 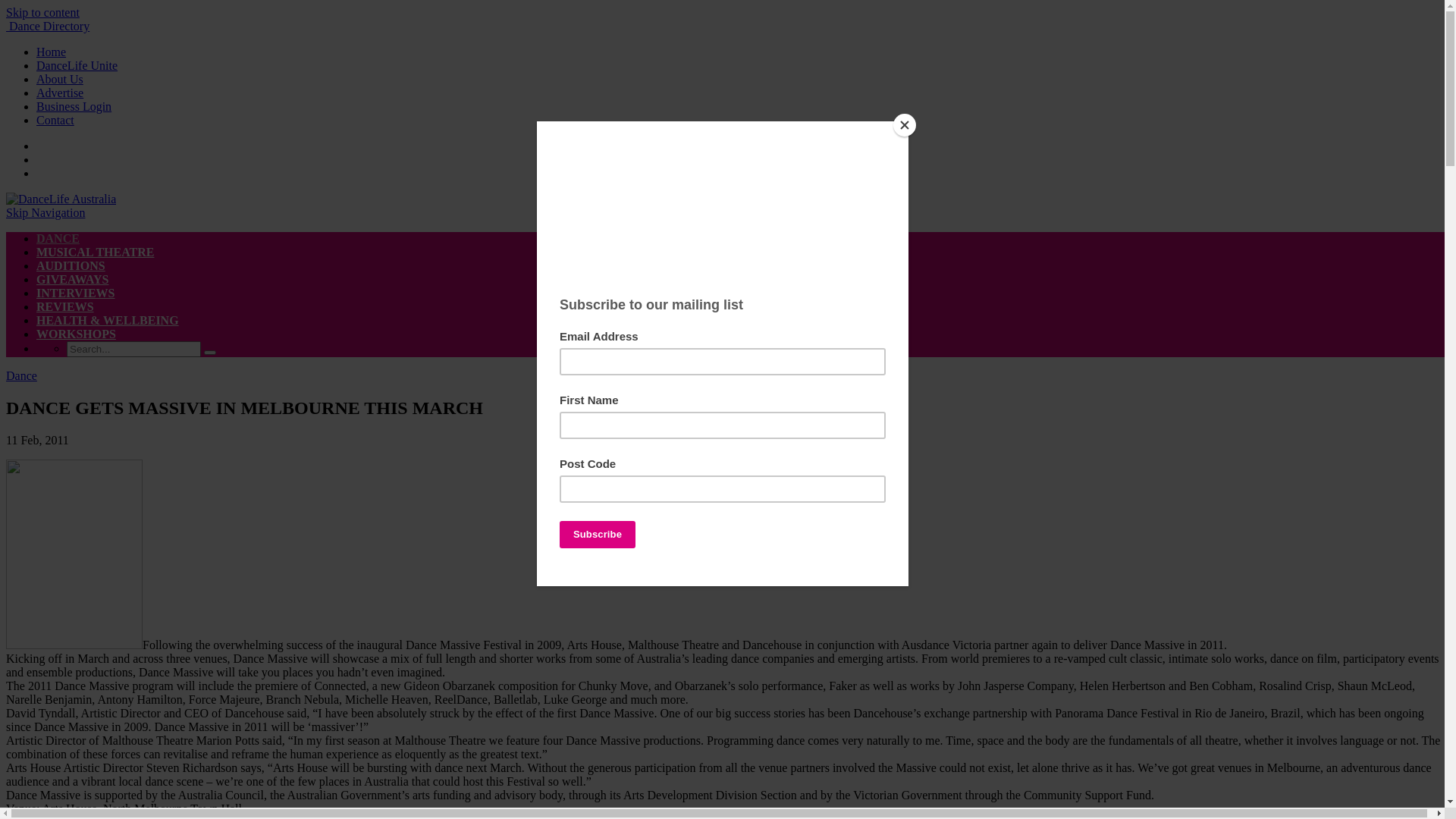 What do you see at coordinates (55, 119) in the screenshot?
I see `'Contact'` at bounding box center [55, 119].